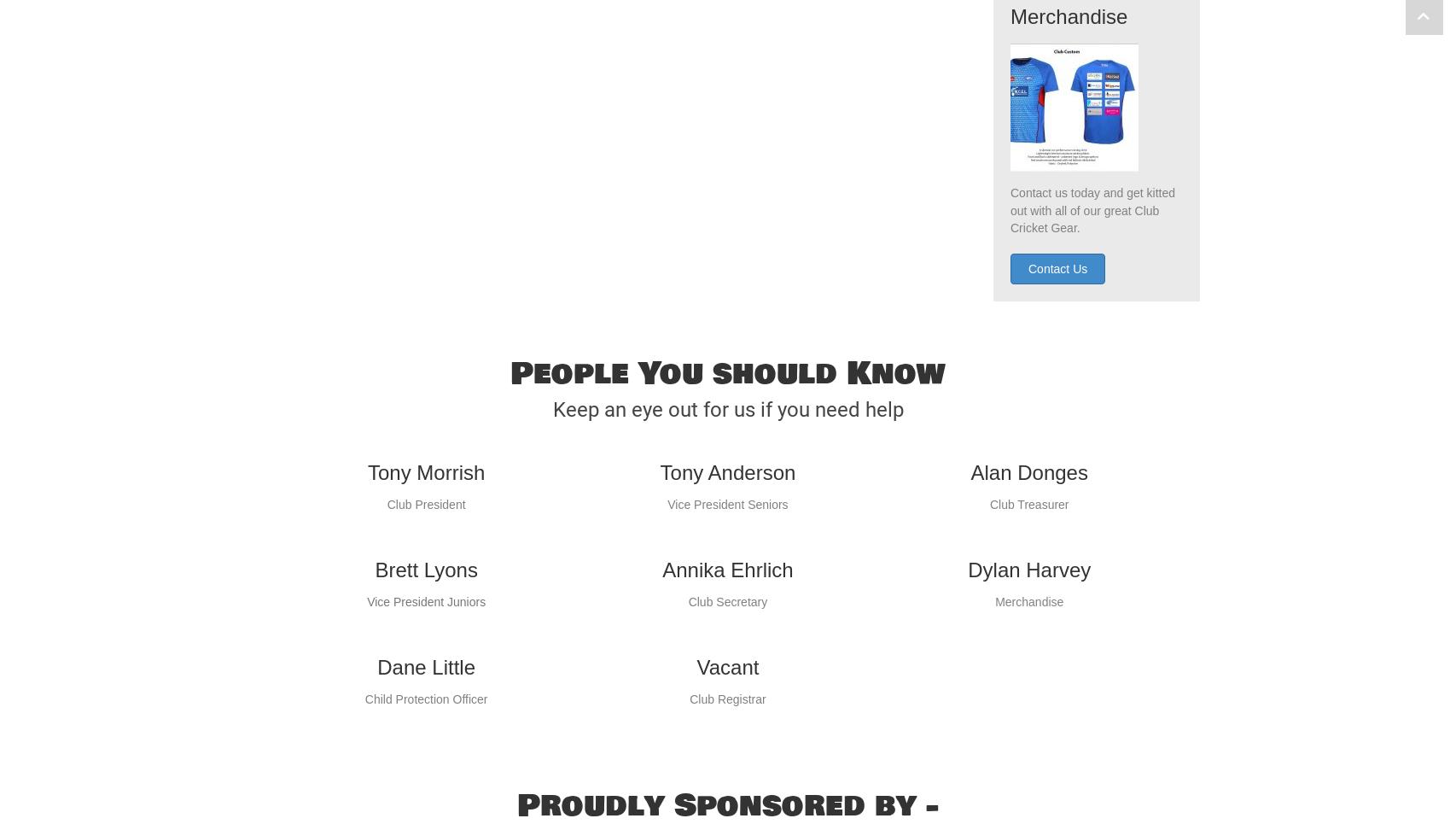 The height and width of the screenshot is (830, 1456). I want to click on 'Dylan Harvey', so click(1028, 604).